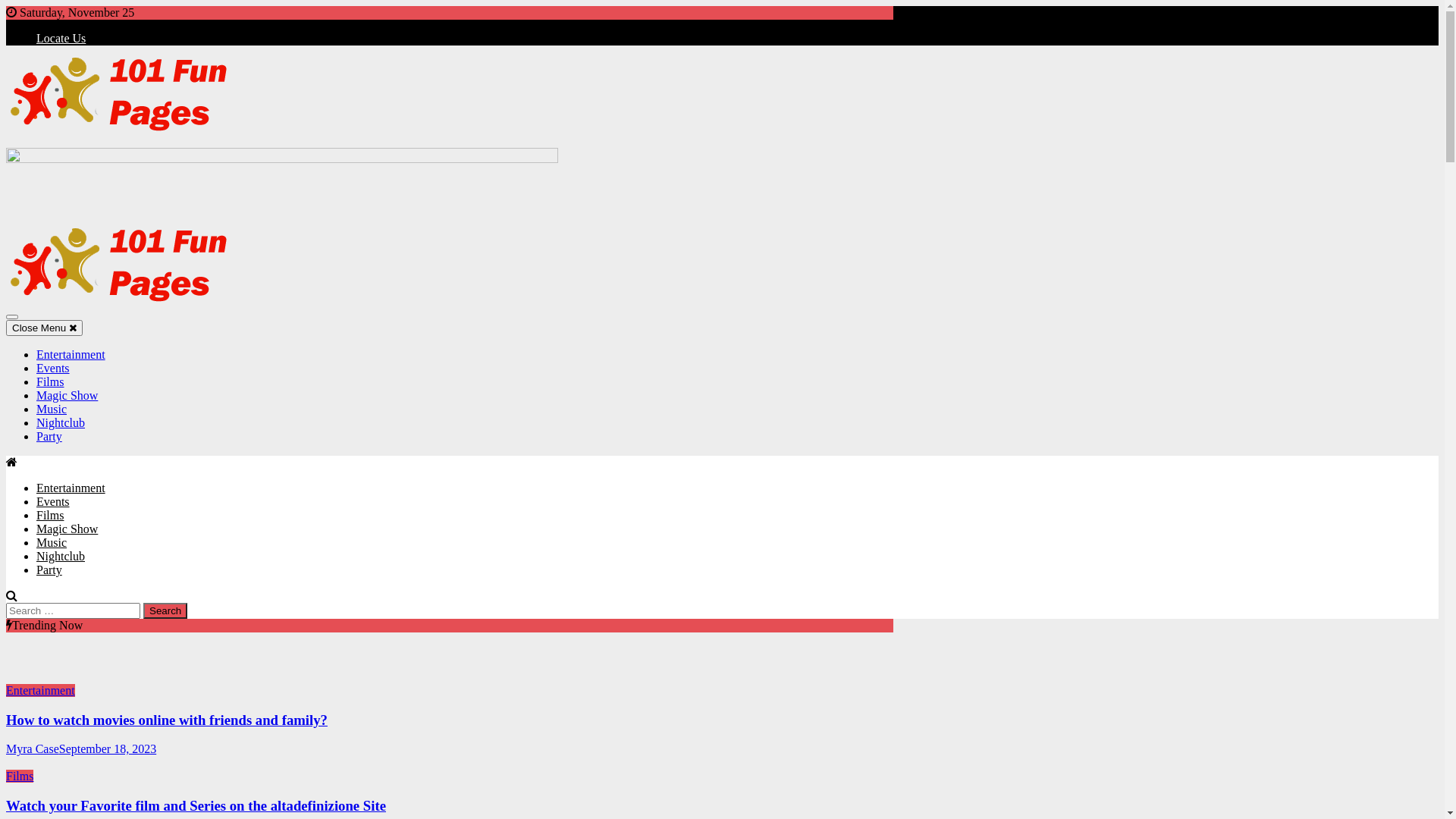  What do you see at coordinates (49, 570) in the screenshot?
I see `'Party'` at bounding box center [49, 570].